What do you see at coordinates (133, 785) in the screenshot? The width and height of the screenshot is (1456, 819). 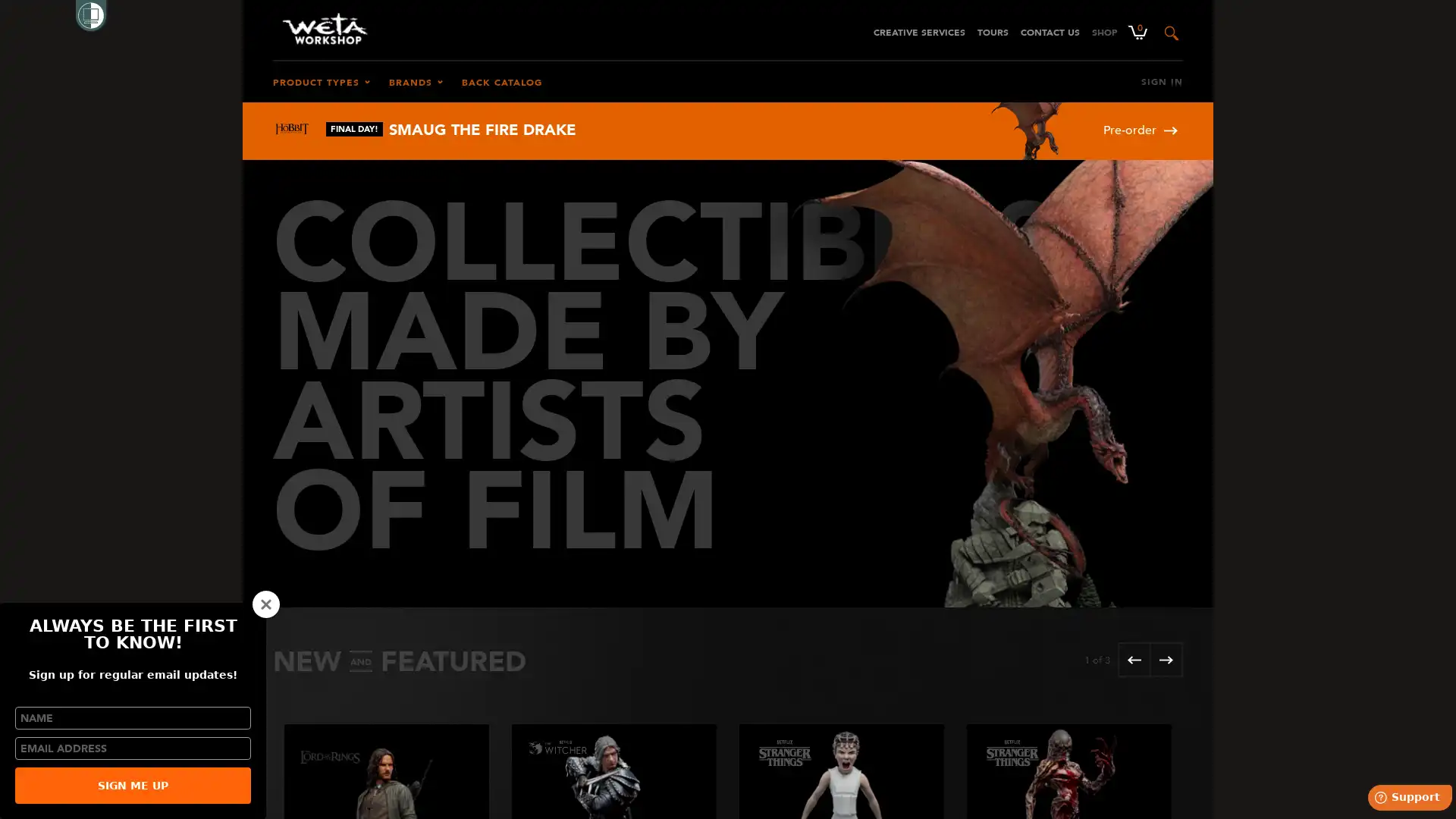 I see `SIGN ME UP` at bounding box center [133, 785].